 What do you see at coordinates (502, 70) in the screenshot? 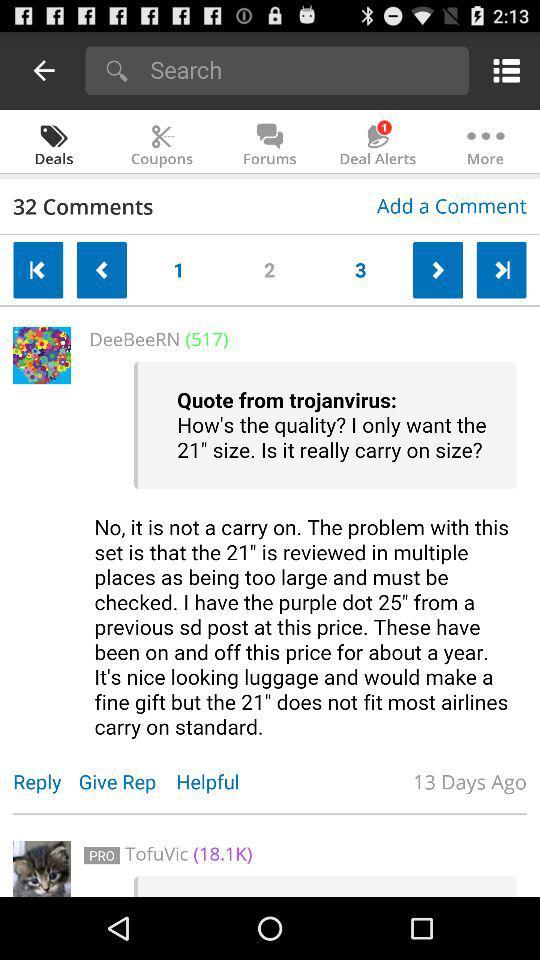
I see `the icon above more icon` at bounding box center [502, 70].